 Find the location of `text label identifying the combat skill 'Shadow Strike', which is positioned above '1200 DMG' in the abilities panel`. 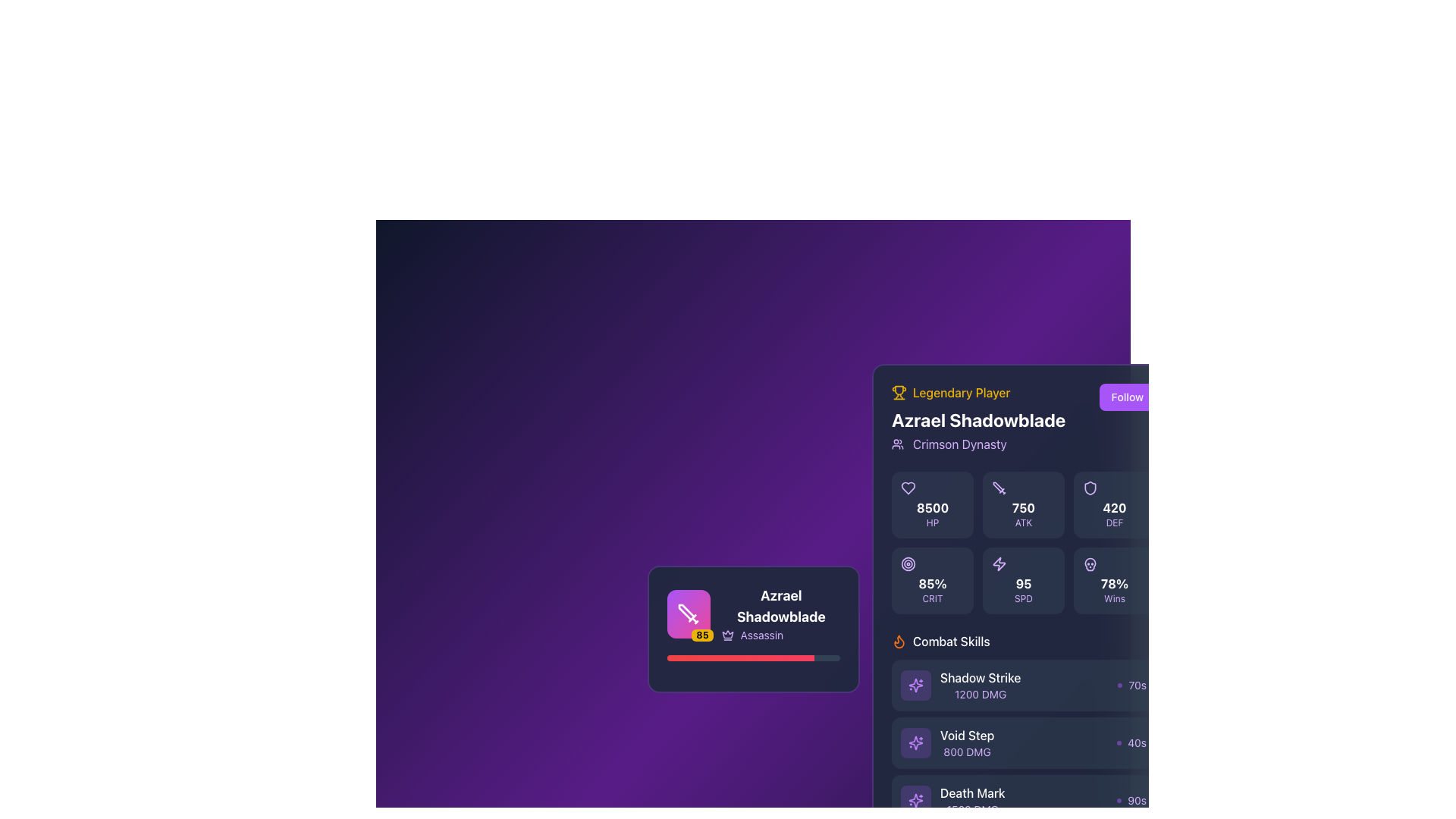

text label identifying the combat skill 'Shadow Strike', which is positioned above '1200 DMG' in the abilities panel is located at coordinates (980, 677).